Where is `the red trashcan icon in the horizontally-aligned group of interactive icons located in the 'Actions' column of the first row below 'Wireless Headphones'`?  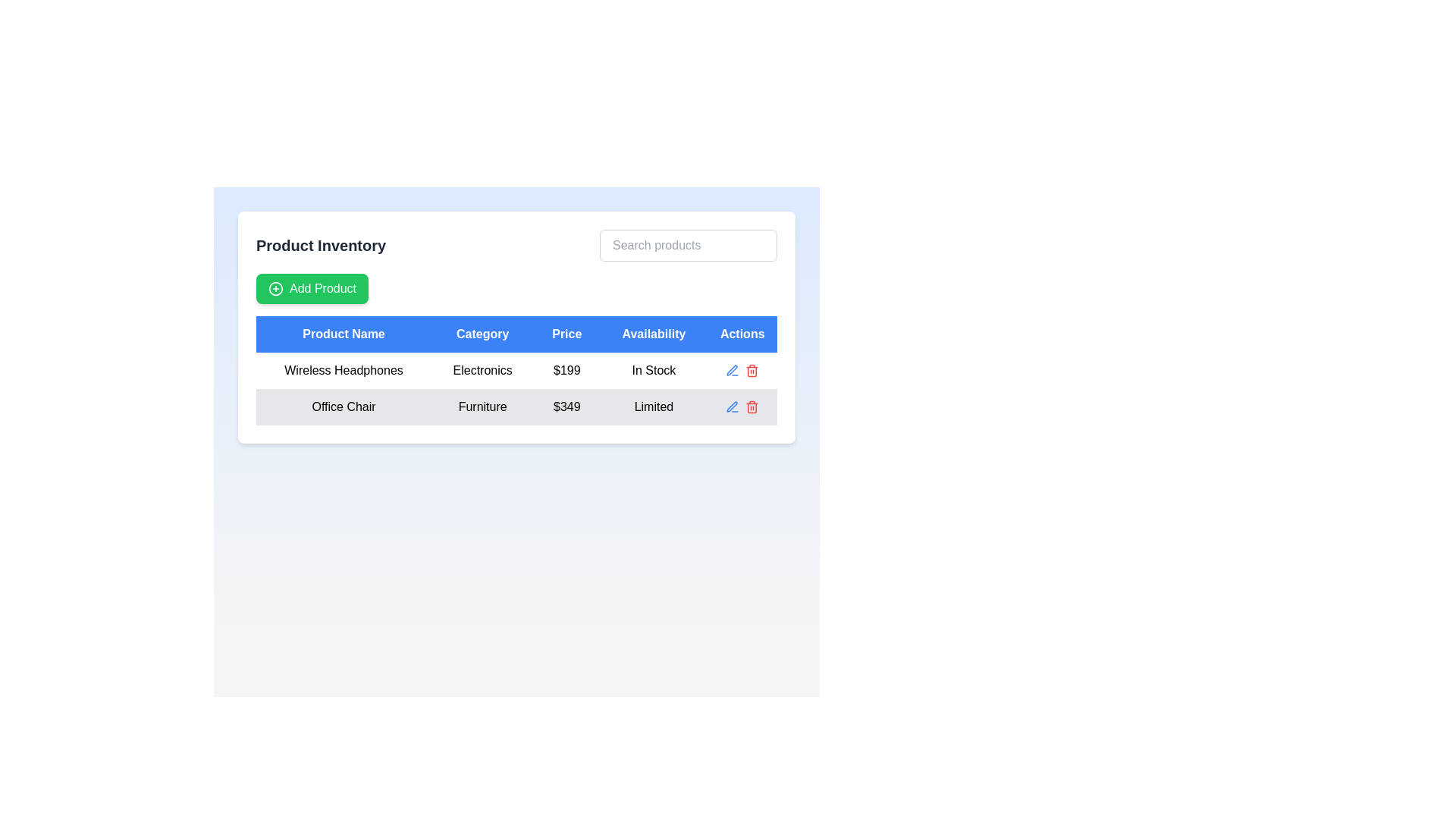 the red trashcan icon in the horizontally-aligned group of interactive icons located in the 'Actions' column of the first row below 'Wireless Headphones' is located at coordinates (742, 371).